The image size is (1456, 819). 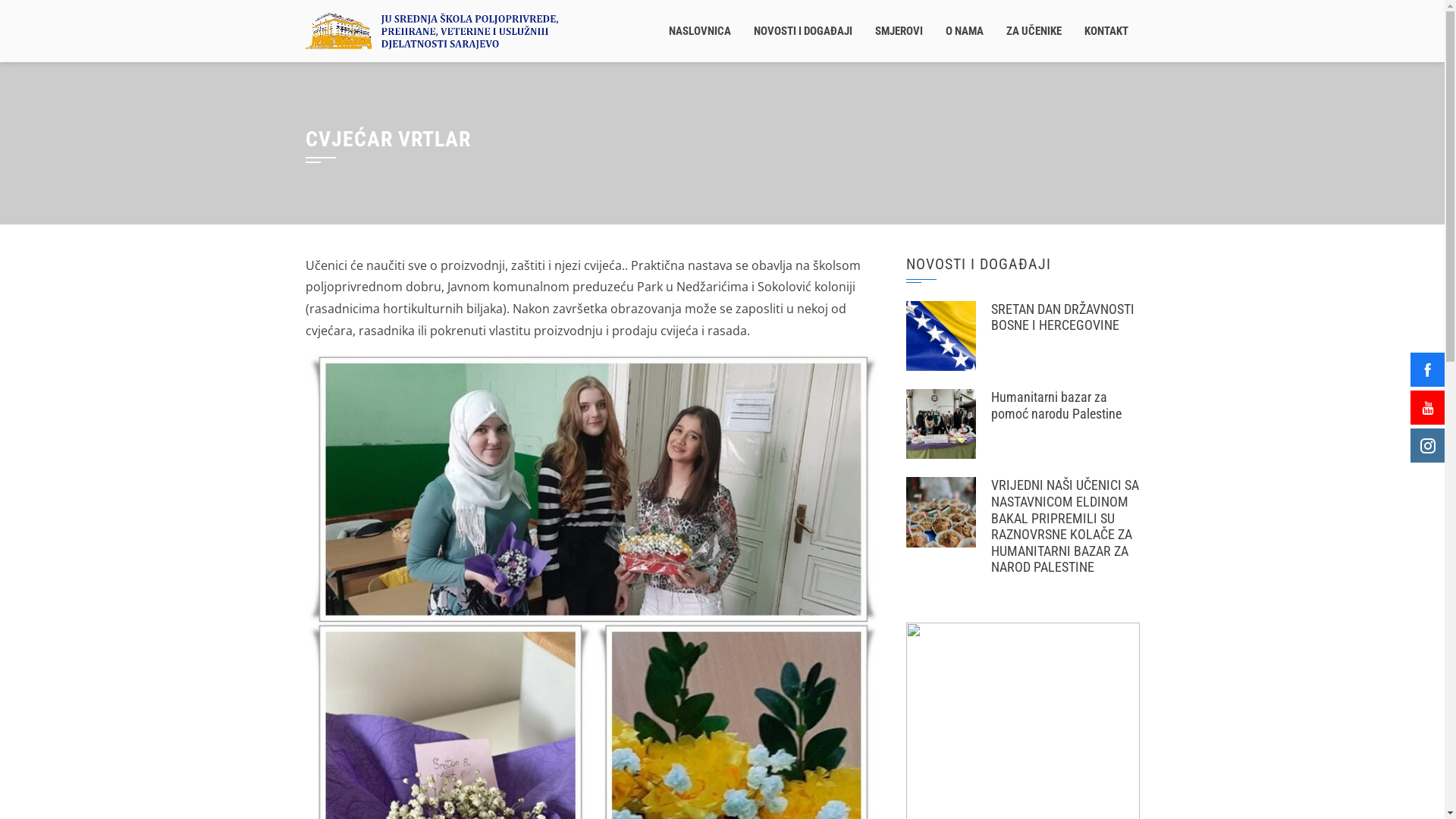 What do you see at coordinates (862, 31) in the screenshot?
I see `'SMJEROVI'` at bounding box center [862, 31].